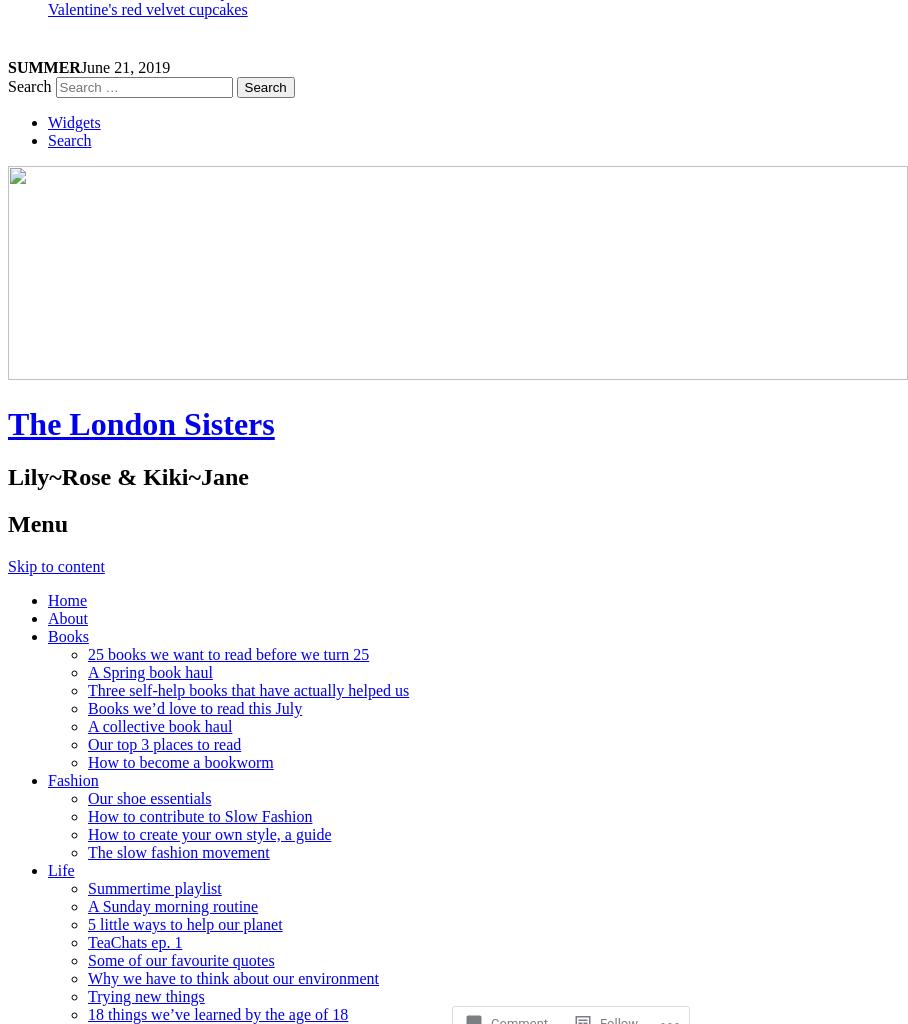 The image size is (908, 1024). What do you see at coordinates (209, 833) in the screenshot?
I see `'How to create your own style, a guide'` at bounding box center [209, 833].